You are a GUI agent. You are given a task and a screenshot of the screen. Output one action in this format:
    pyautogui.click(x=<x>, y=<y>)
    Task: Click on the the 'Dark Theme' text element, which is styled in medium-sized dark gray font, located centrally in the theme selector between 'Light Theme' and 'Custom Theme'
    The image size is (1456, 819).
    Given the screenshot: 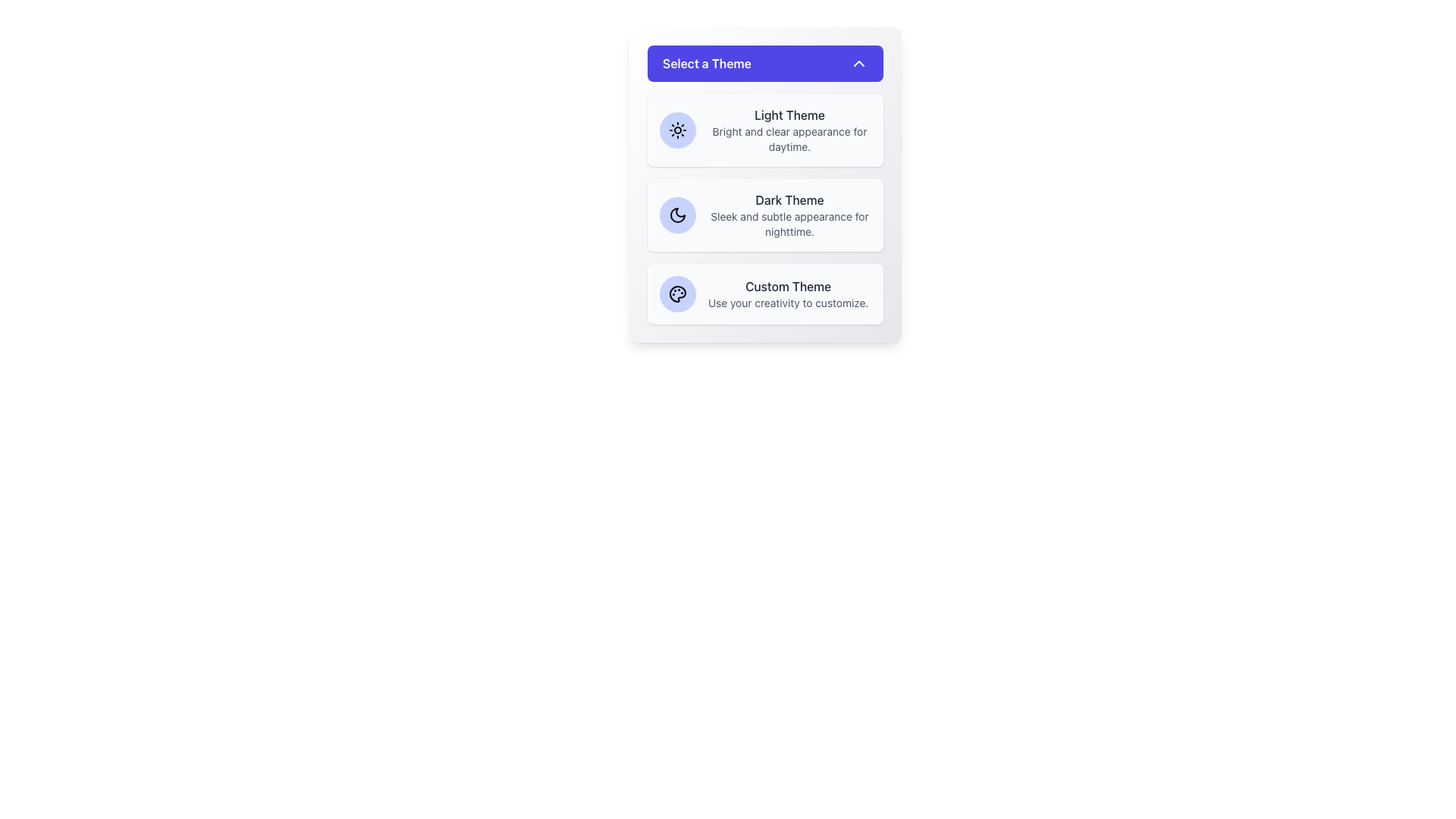 What is the action you would take?
    pyautogui.click(x=789, y=199)
    